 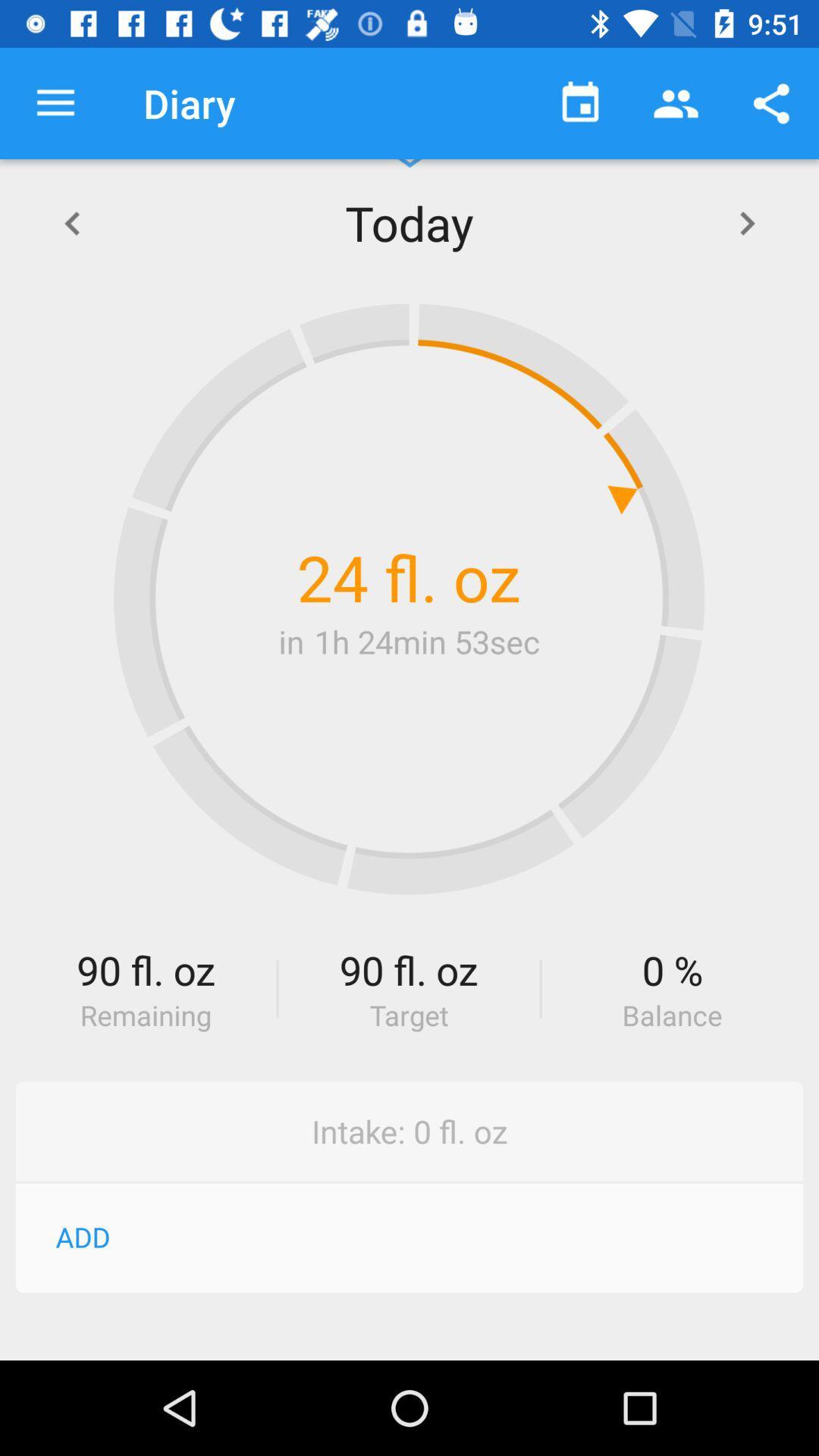 I want to click on item to the left of the today item, so click(x=71, y=221).